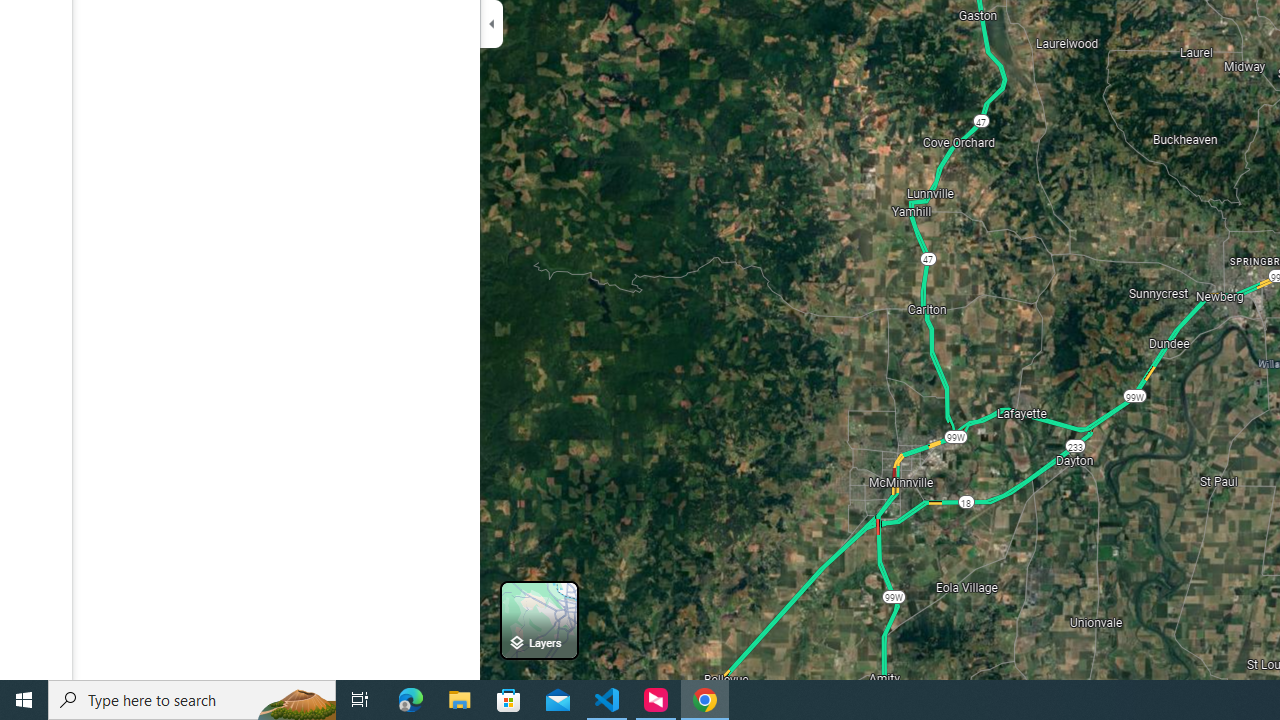 The height and width of the screenshot is (720, 1280). What do you see at coordinates (539, 619) in the screenshot?
I see `'Layers'` at bounding box center [539, 619].